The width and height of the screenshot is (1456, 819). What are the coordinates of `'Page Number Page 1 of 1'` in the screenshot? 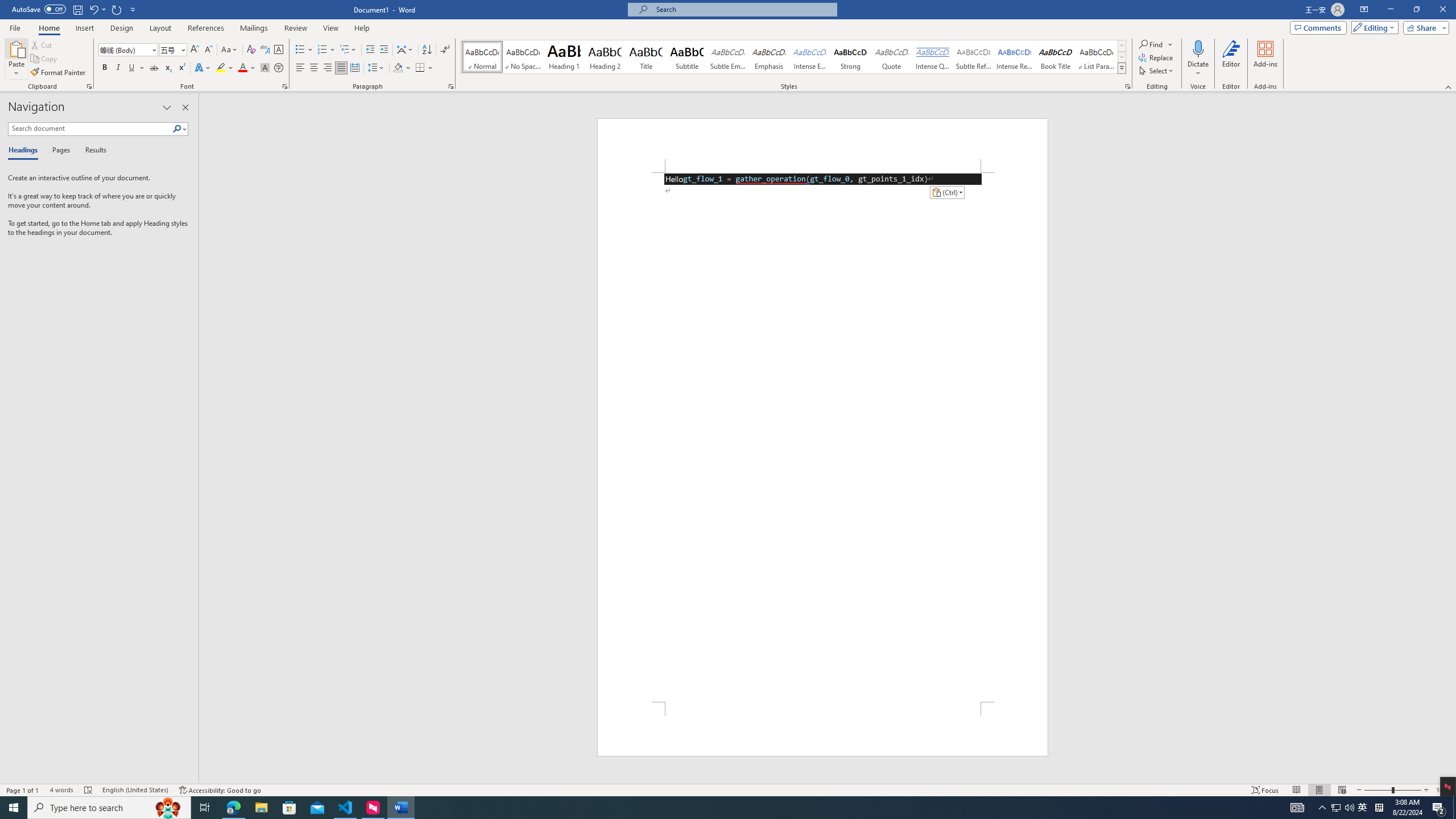 It's located at (23, 790).